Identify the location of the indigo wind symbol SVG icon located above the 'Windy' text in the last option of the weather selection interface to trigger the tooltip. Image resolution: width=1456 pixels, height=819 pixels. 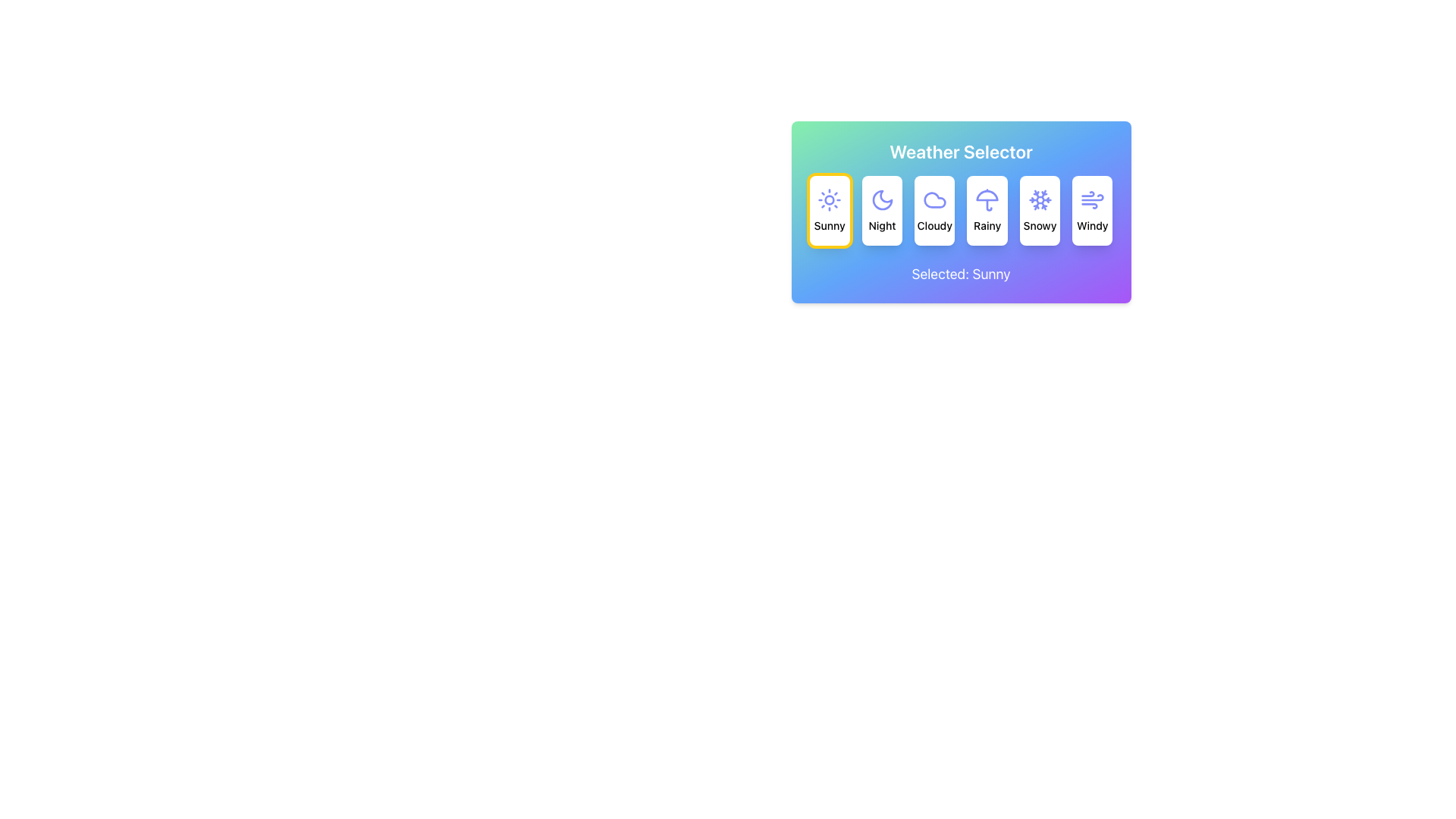
(1092, 199).